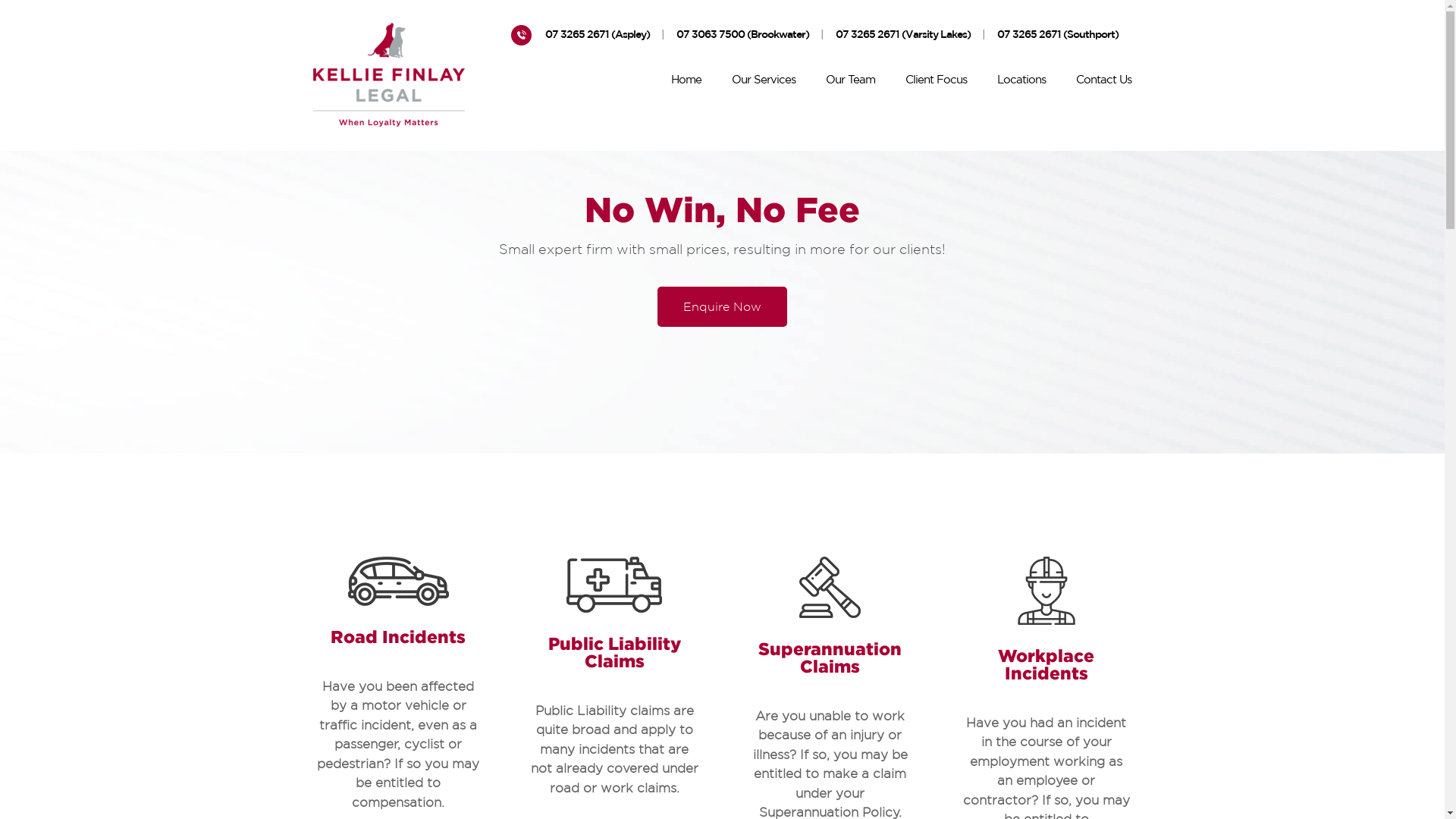 This screenshot has height=819, width=1456. I want to click on 'Home', so click(686, 82).